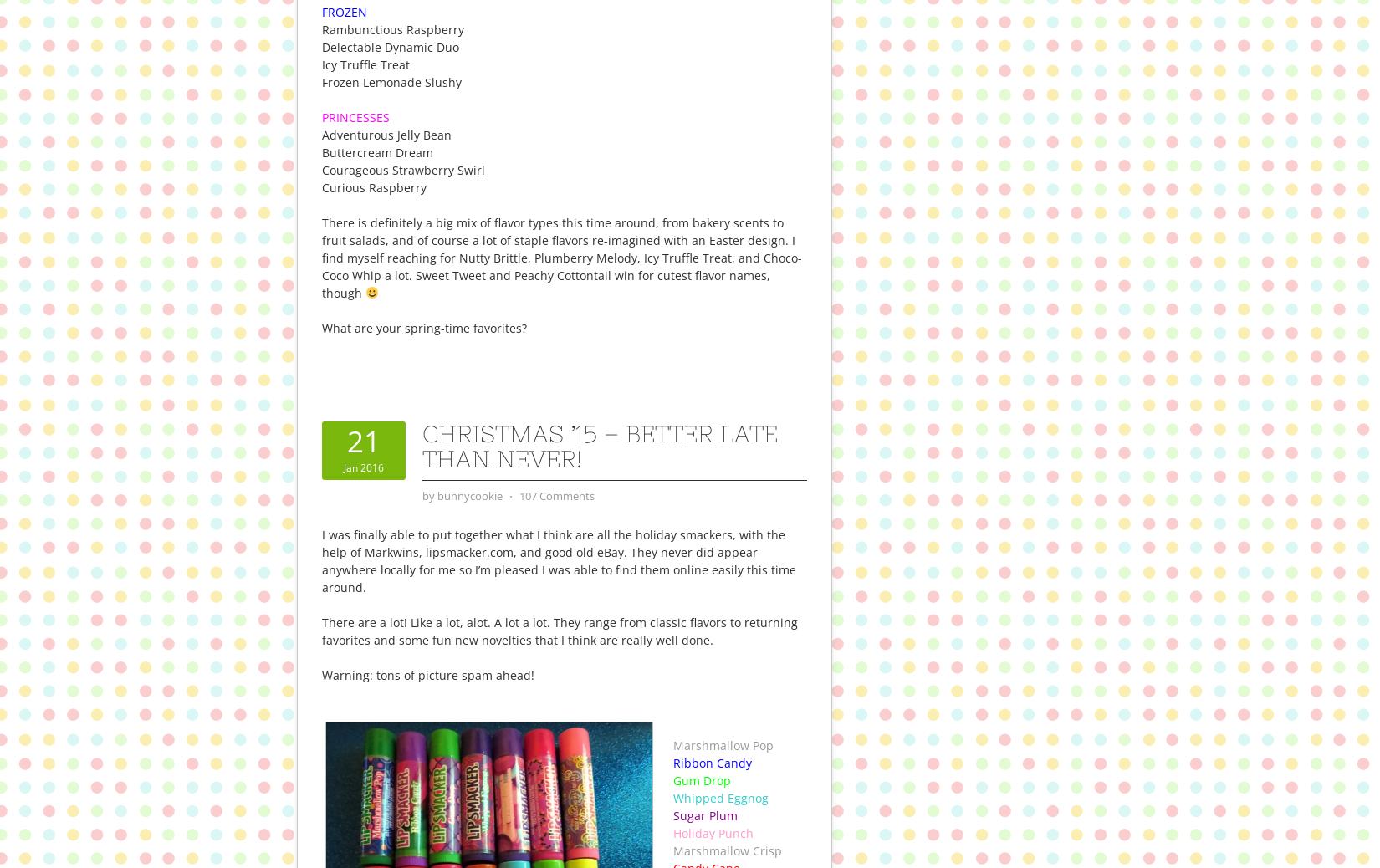  What do you see at coordinates (713, 832) in the screenshot?
I see `'Holiday Punch'` at bounding box center [713, 832].